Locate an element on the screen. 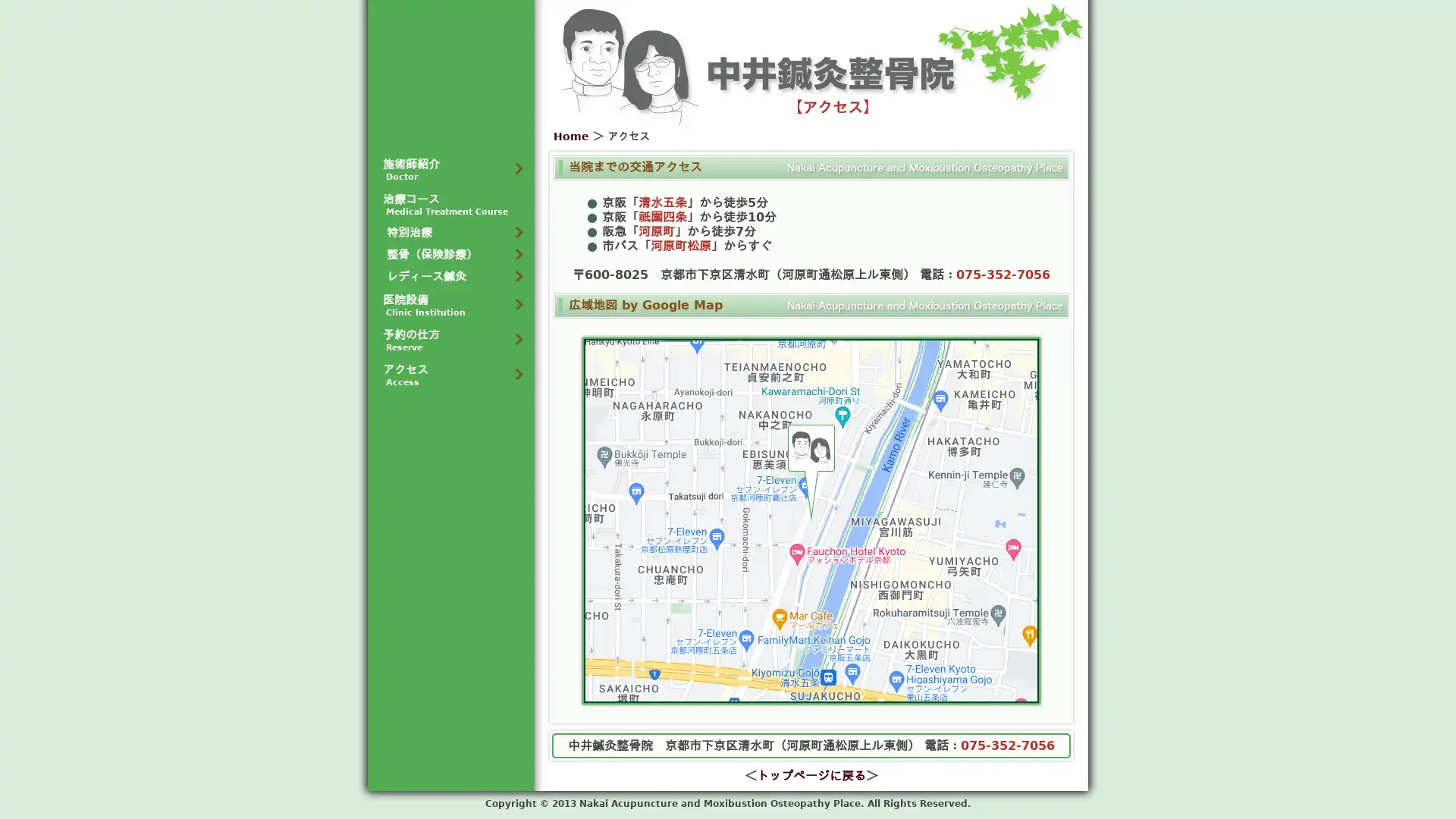  Toggle fullscreen view is located at coordinates (1015, 362).